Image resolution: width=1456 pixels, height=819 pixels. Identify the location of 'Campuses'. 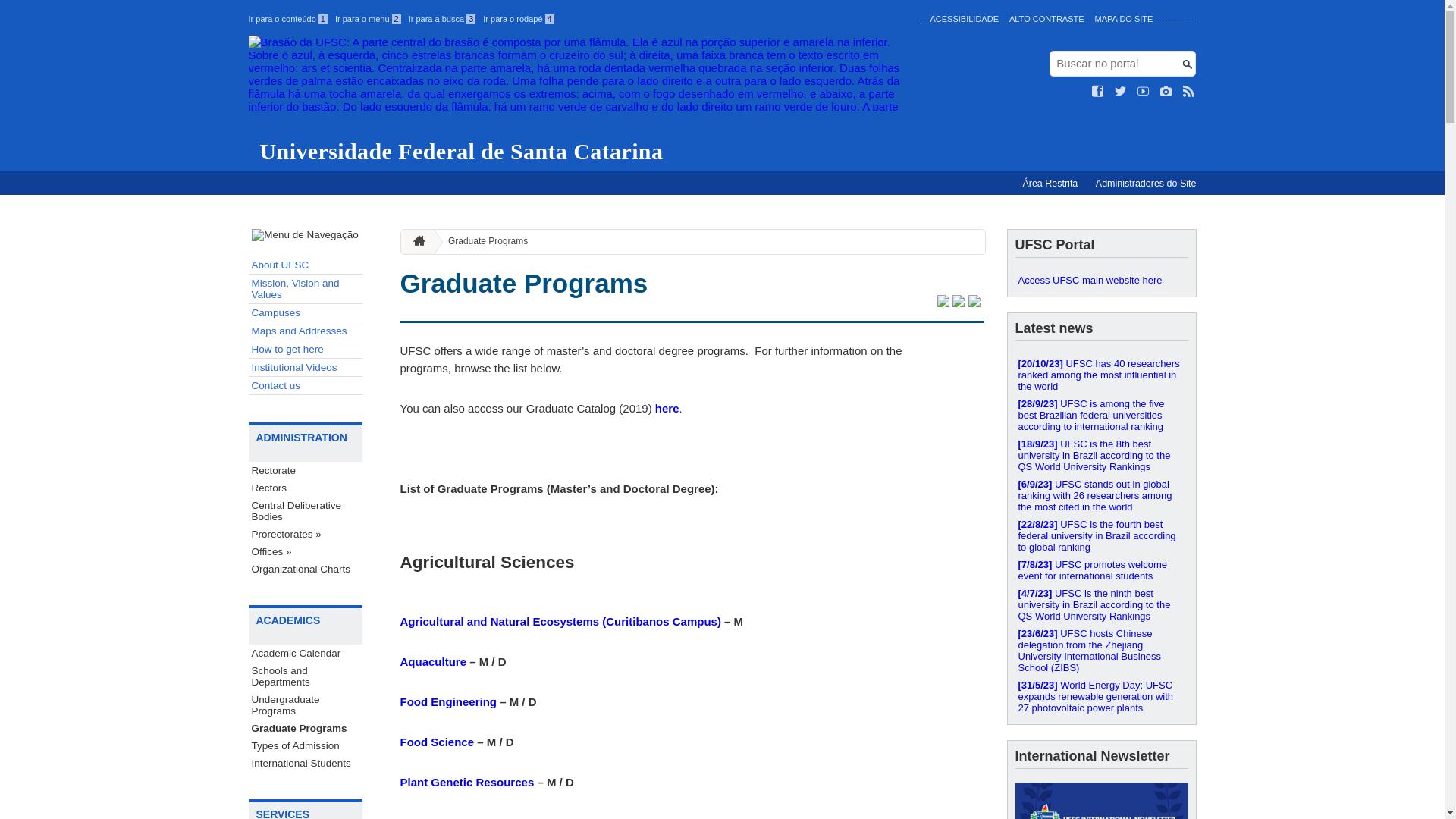
(305, 312).